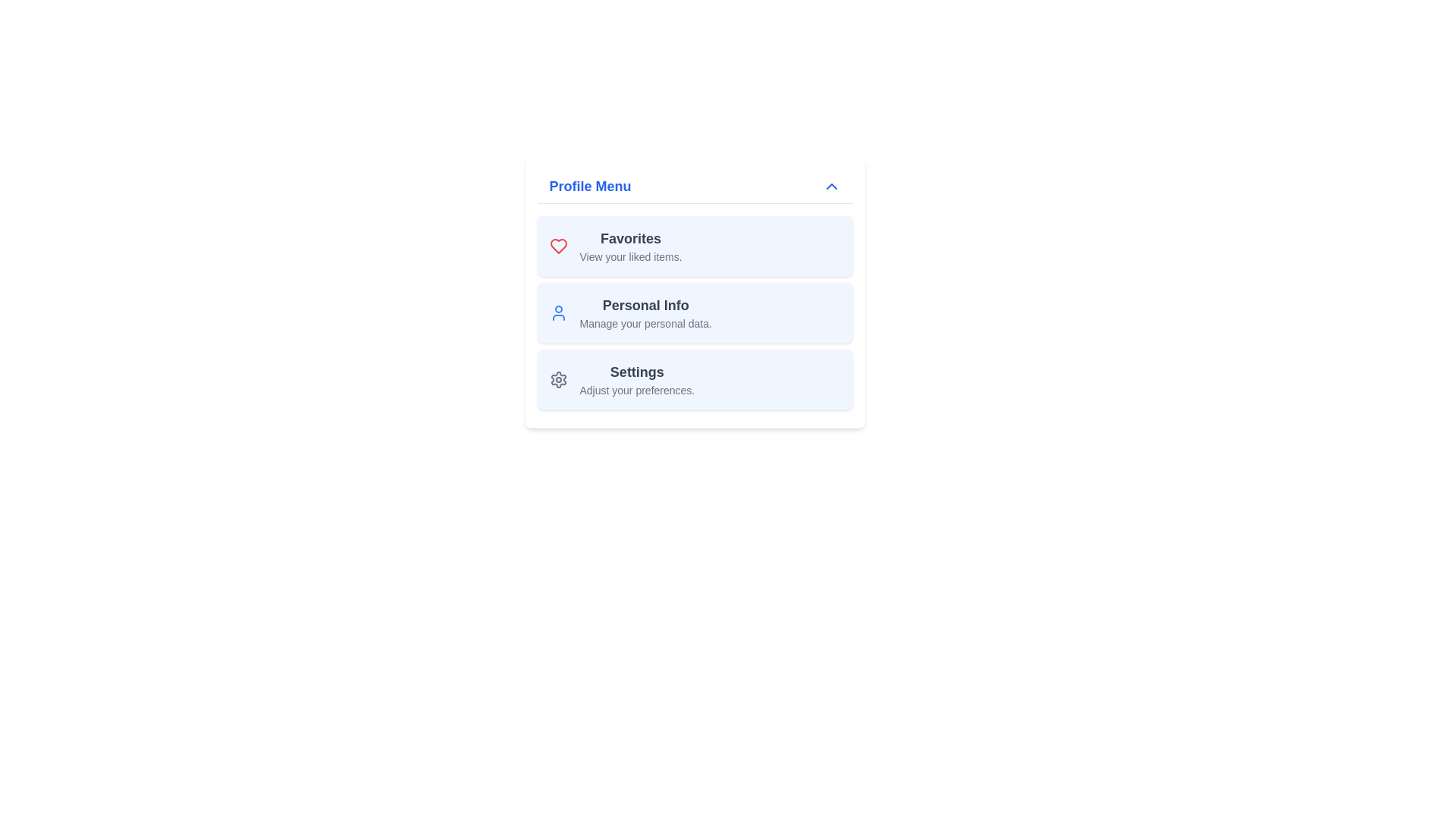  I want to click on text content of the 'Favorites' label in the profile menu, which indicates the section for viewing liked items, so click(631, 239).